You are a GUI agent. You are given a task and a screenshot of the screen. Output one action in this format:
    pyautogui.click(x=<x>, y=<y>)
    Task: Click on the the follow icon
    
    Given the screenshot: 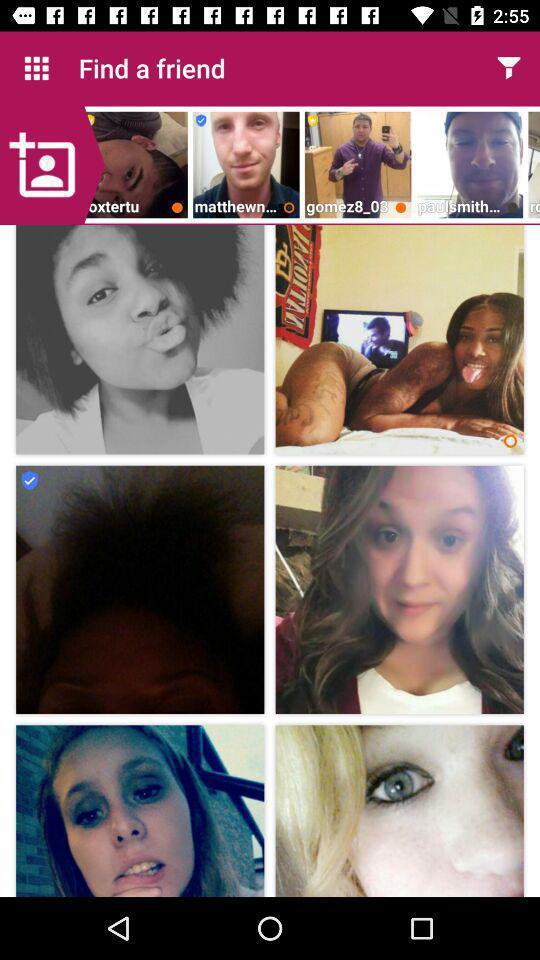 What is the action you would take?
    pyautogui.click(x=52, y=164)
    